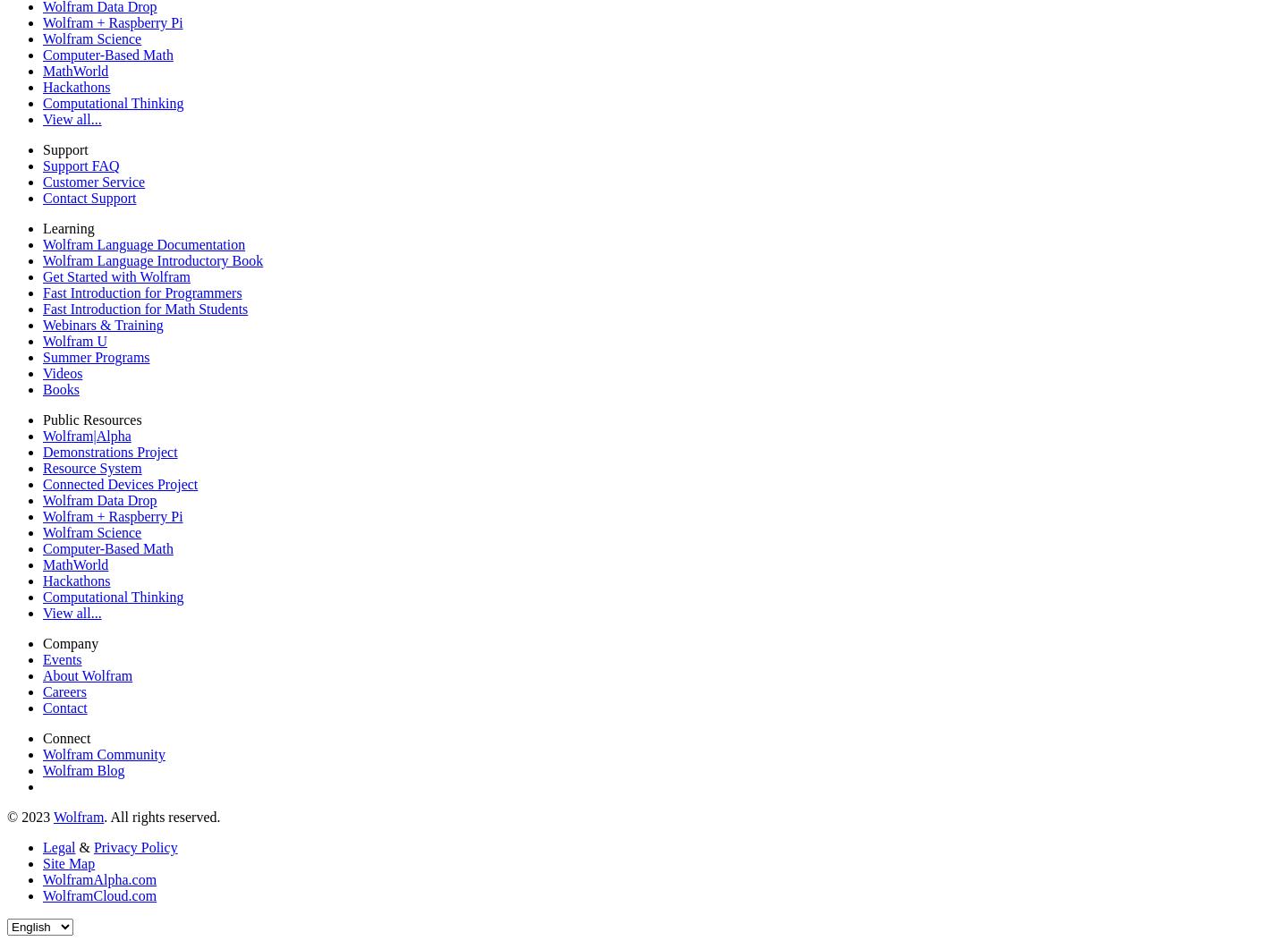  I want to click on 'Public Resources', so click(91, 420).